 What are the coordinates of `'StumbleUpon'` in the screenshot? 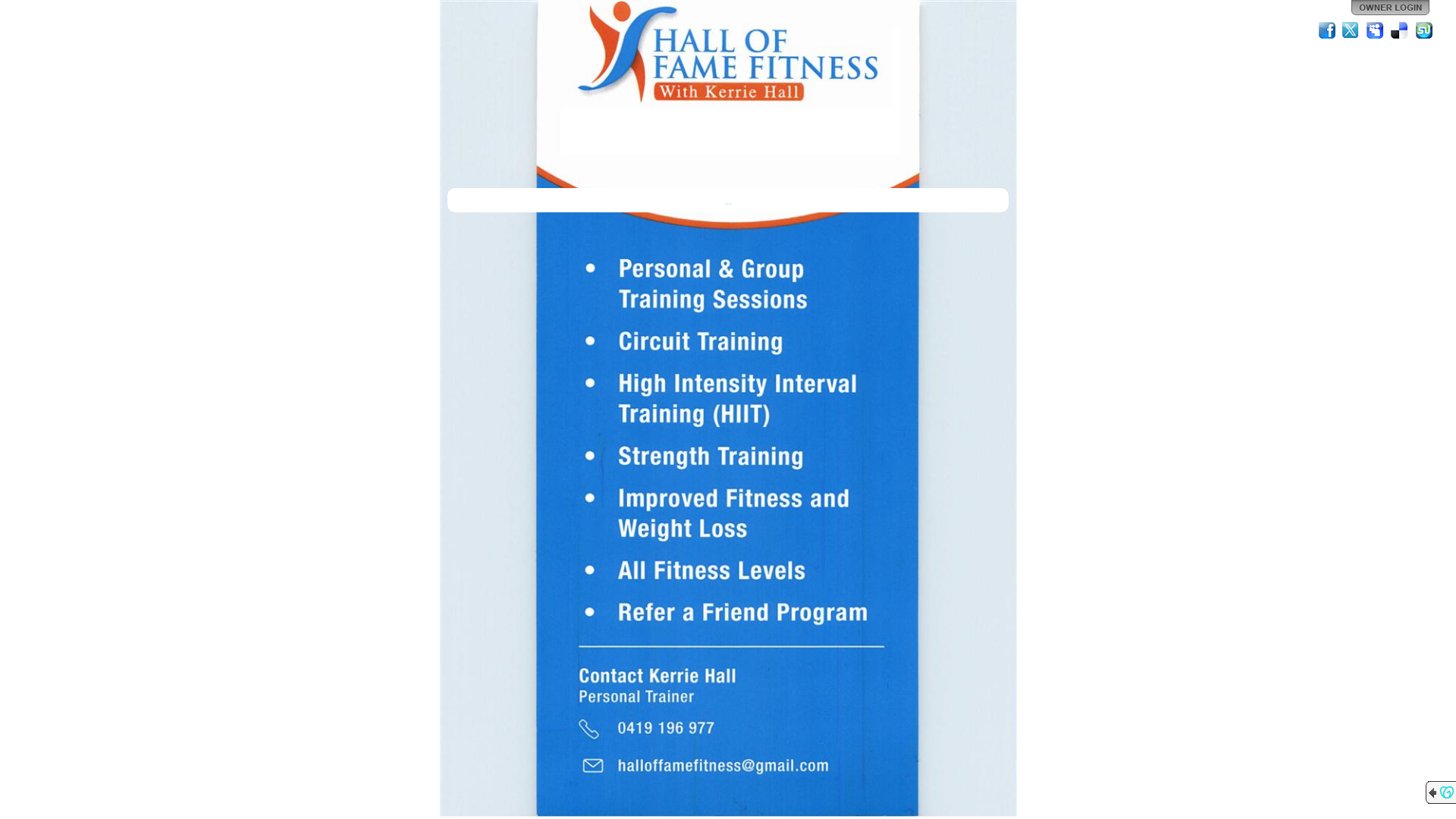 It's located at (1423, 30).